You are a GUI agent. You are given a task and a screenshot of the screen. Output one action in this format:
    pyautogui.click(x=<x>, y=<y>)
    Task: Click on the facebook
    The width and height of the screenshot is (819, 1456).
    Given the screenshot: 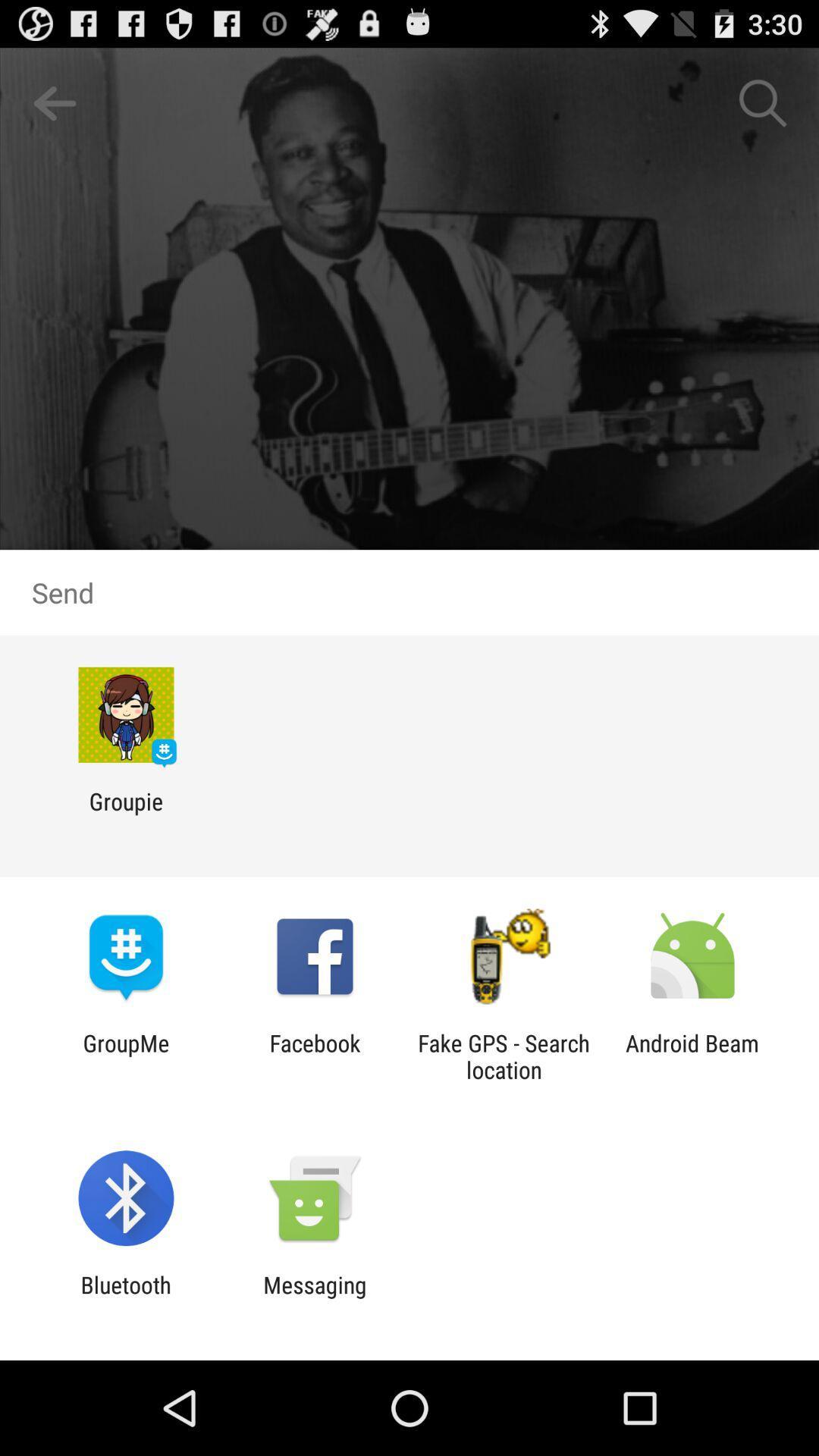 What is the action you would take?
    pyautogui.click(x=314, y=1056)
    